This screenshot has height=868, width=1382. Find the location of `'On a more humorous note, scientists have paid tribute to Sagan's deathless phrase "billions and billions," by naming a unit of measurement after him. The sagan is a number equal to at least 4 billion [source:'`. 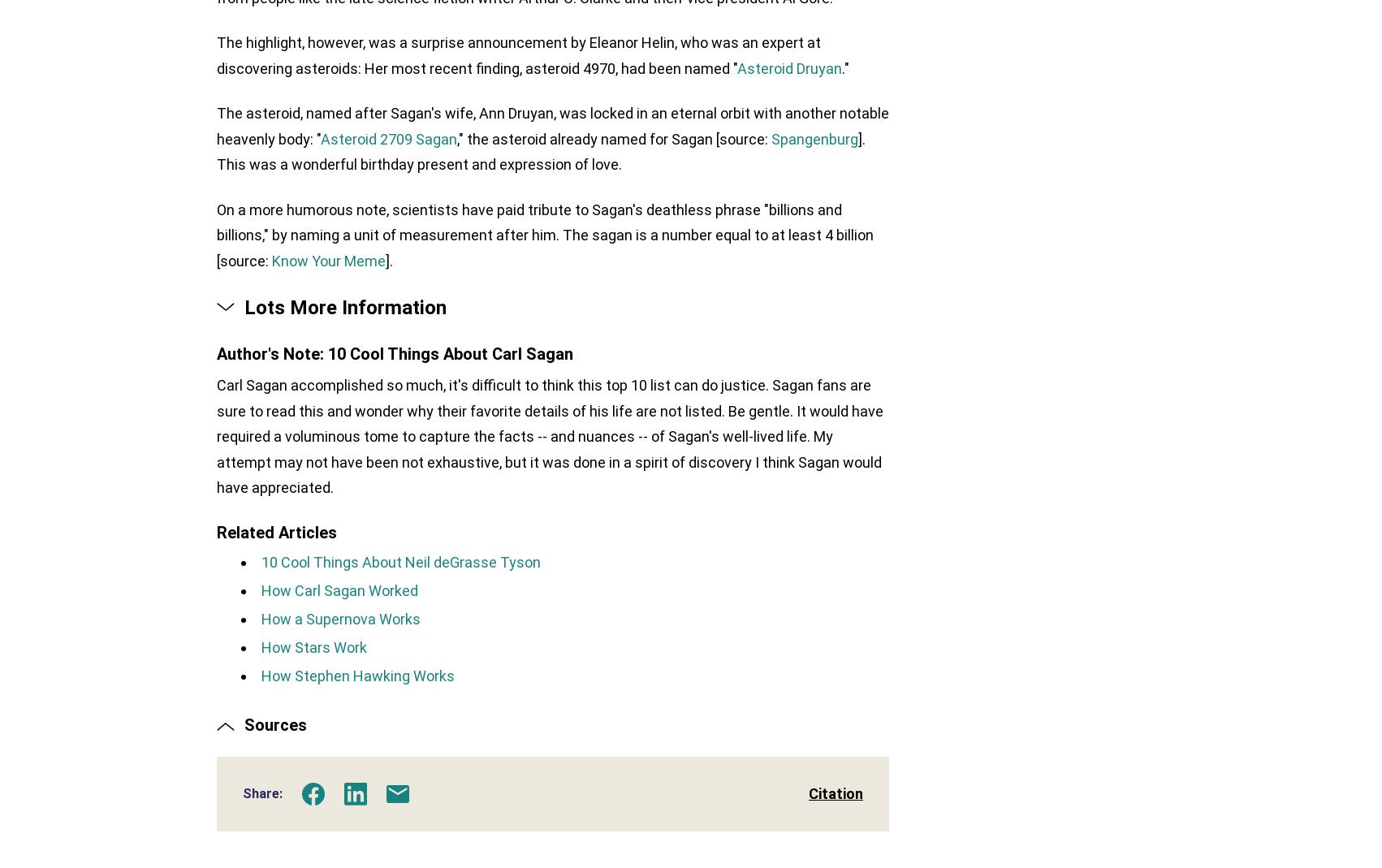

'On a more humorous note, scientists have paid tribute to Sagan's deathless phrase "billions and billions," by naming a unit of measurement after him. The sagan is a number equal to at least 4 billion [source:' is located at coordinates (545, 237).